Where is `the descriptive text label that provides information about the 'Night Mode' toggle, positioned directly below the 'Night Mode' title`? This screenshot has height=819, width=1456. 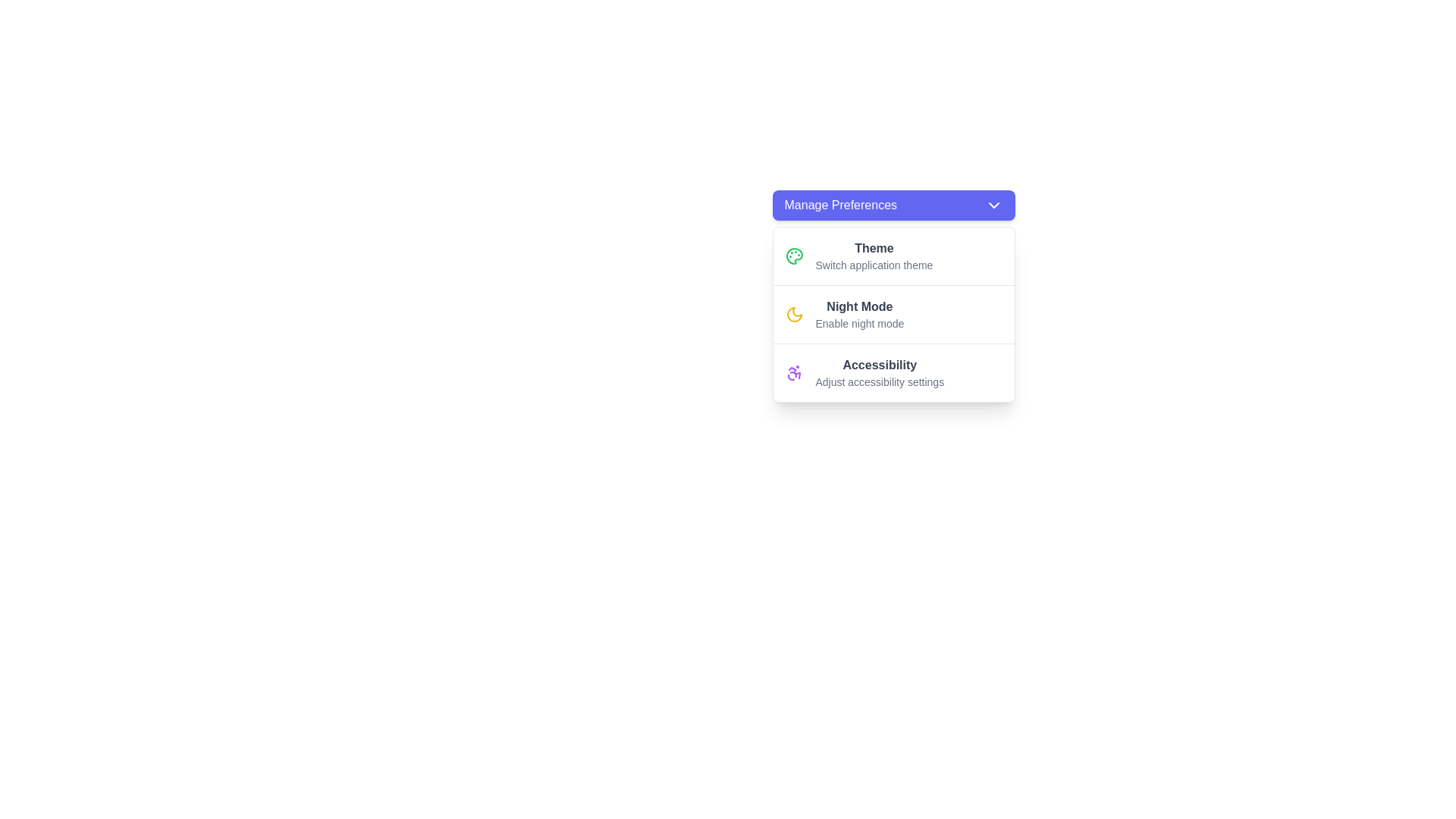
the descriptive text label that provides information about the 'Night Mode' toggle, positioned directly below the 'Night Mode' title is located at coordinates (859, 323).